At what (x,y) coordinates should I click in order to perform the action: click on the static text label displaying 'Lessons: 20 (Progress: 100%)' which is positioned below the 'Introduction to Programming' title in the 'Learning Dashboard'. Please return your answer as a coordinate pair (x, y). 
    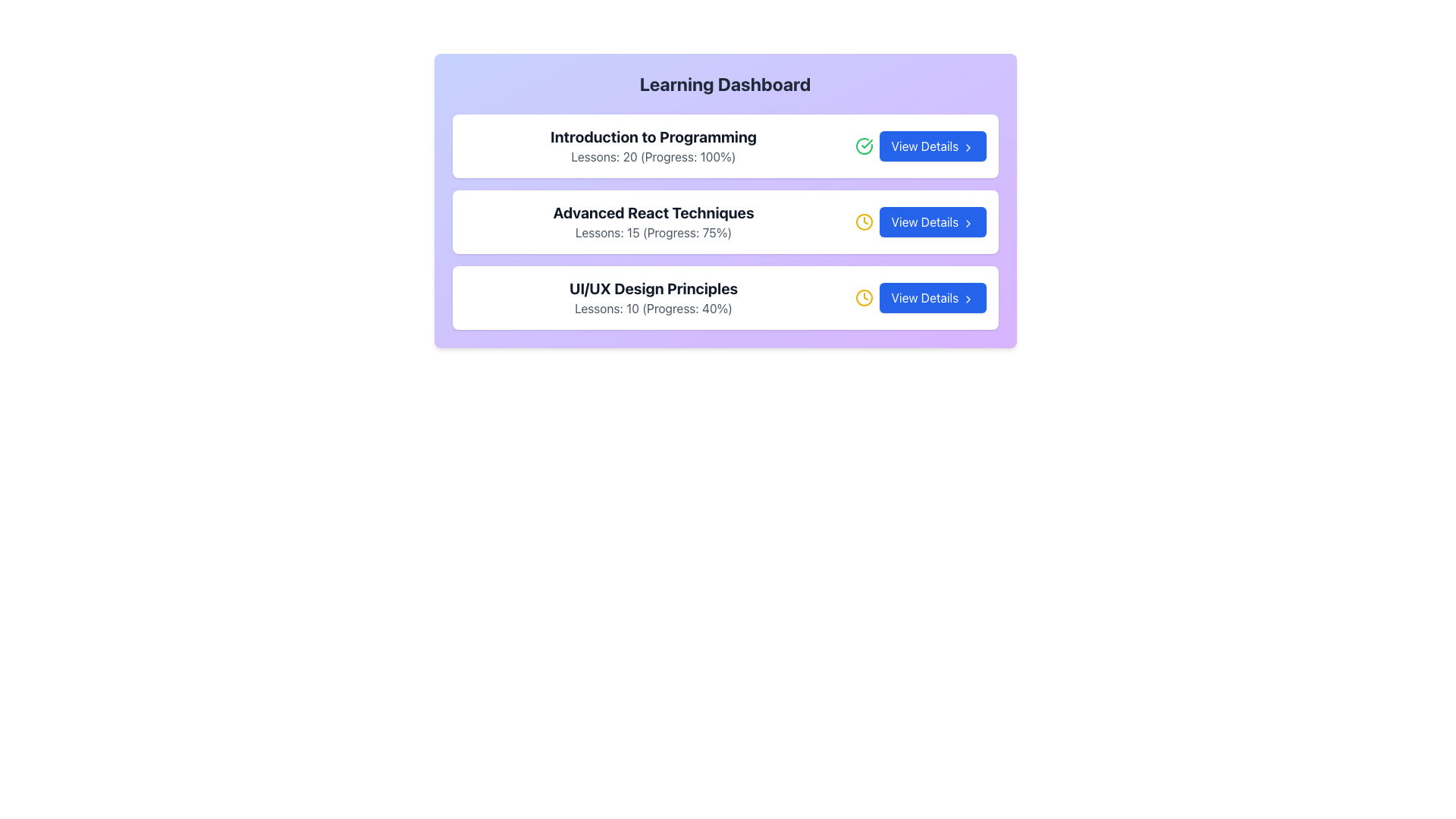
    Looking at the image, I should click on (654, 157).